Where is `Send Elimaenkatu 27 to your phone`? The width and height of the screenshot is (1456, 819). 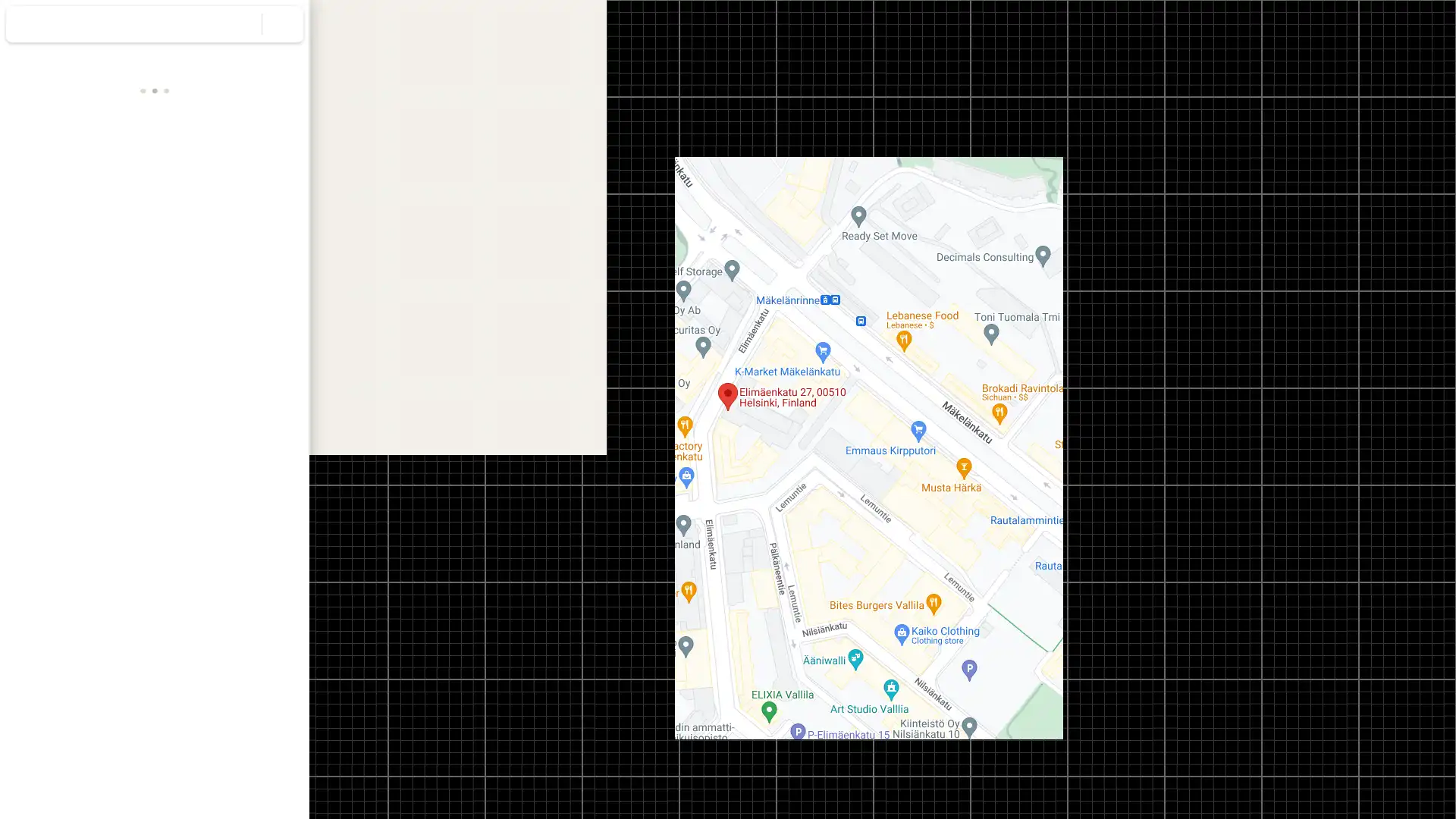 Send Elimaenkatu 27 to your phone is located at coordinates (209, 265).